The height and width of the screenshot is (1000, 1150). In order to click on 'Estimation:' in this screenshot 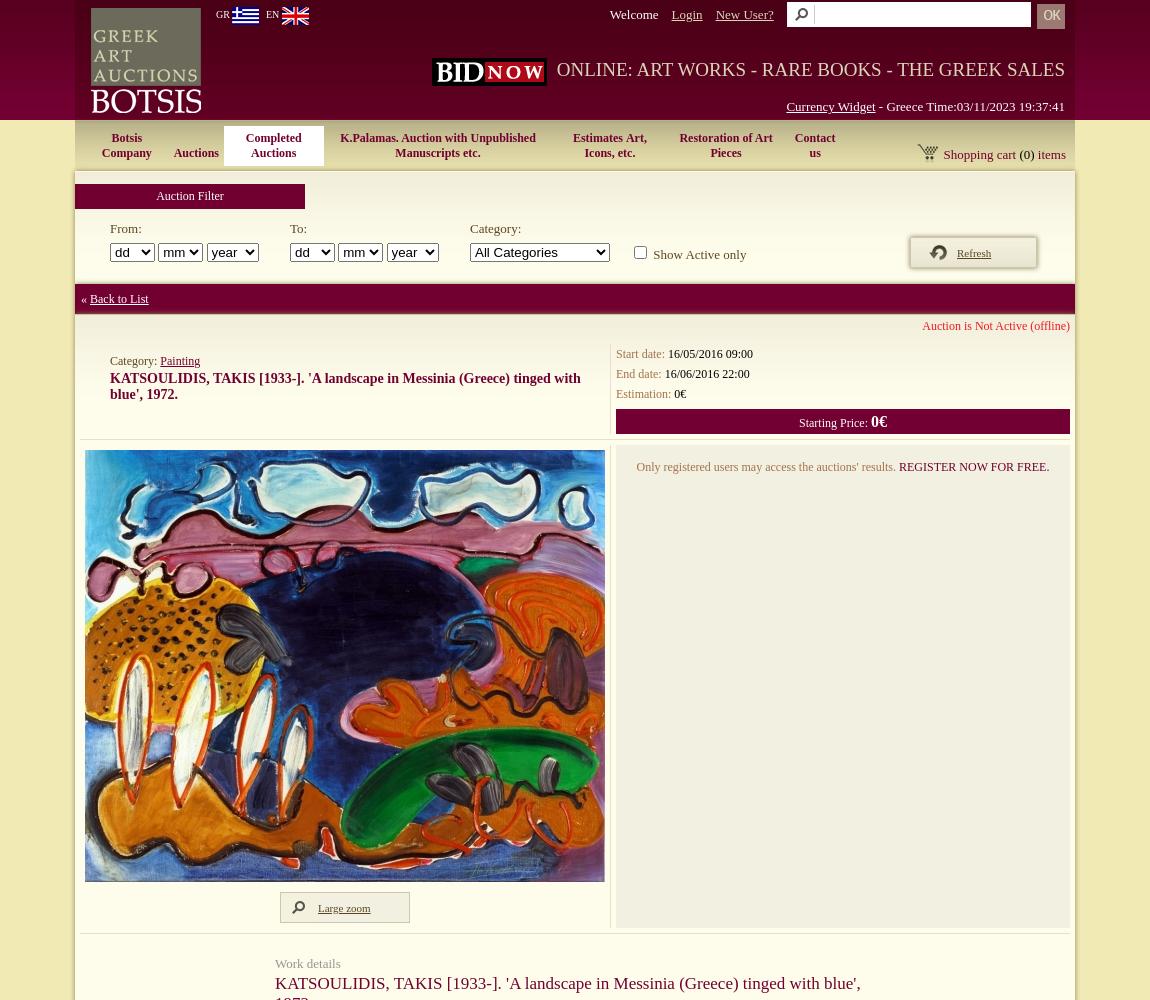, I will do `click(644, 393)`.